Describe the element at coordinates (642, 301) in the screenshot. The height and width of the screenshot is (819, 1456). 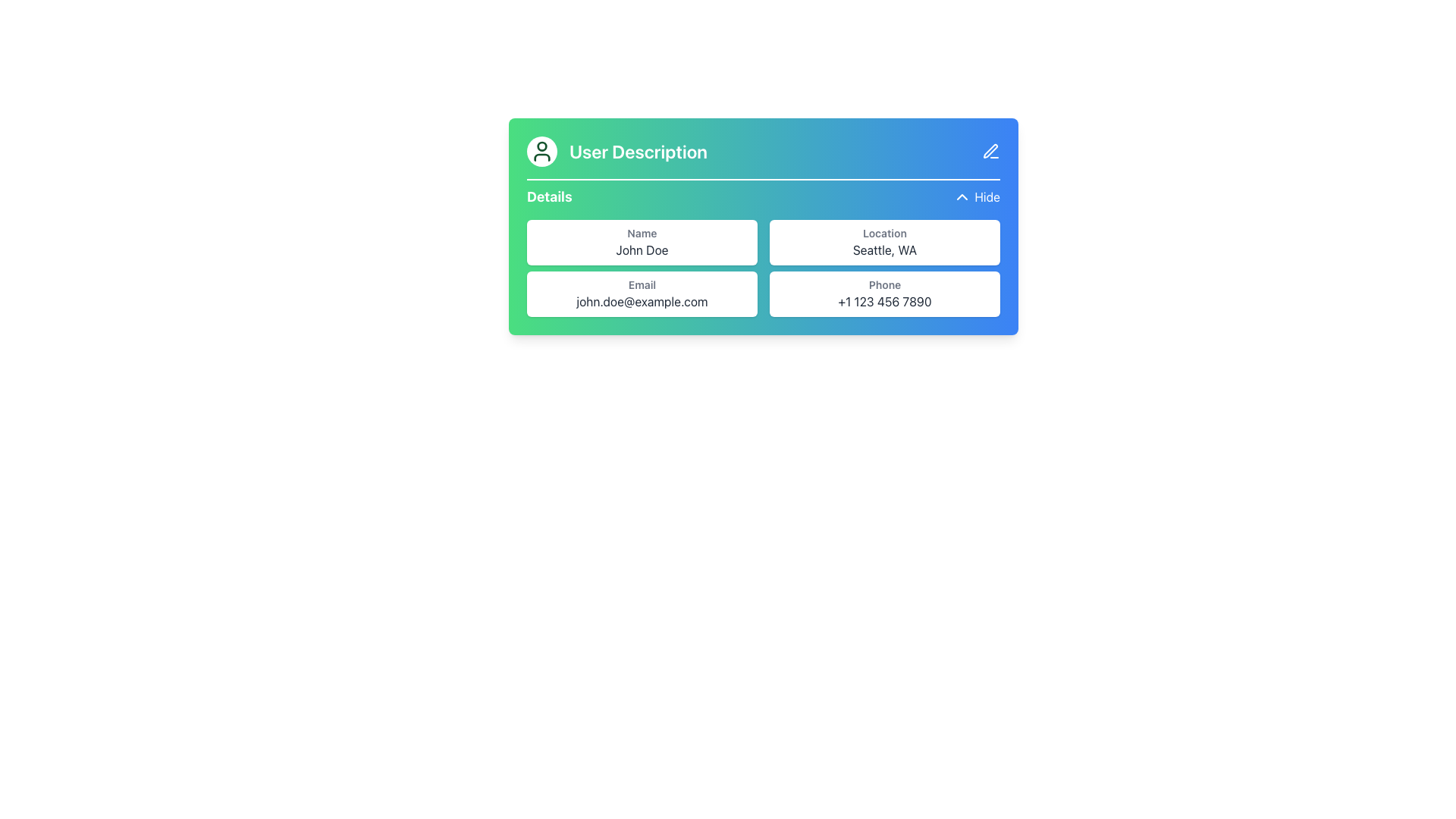
I see `the static text display showing the user's email address, located in the user profile card beneath the 'Email' label` at that location.